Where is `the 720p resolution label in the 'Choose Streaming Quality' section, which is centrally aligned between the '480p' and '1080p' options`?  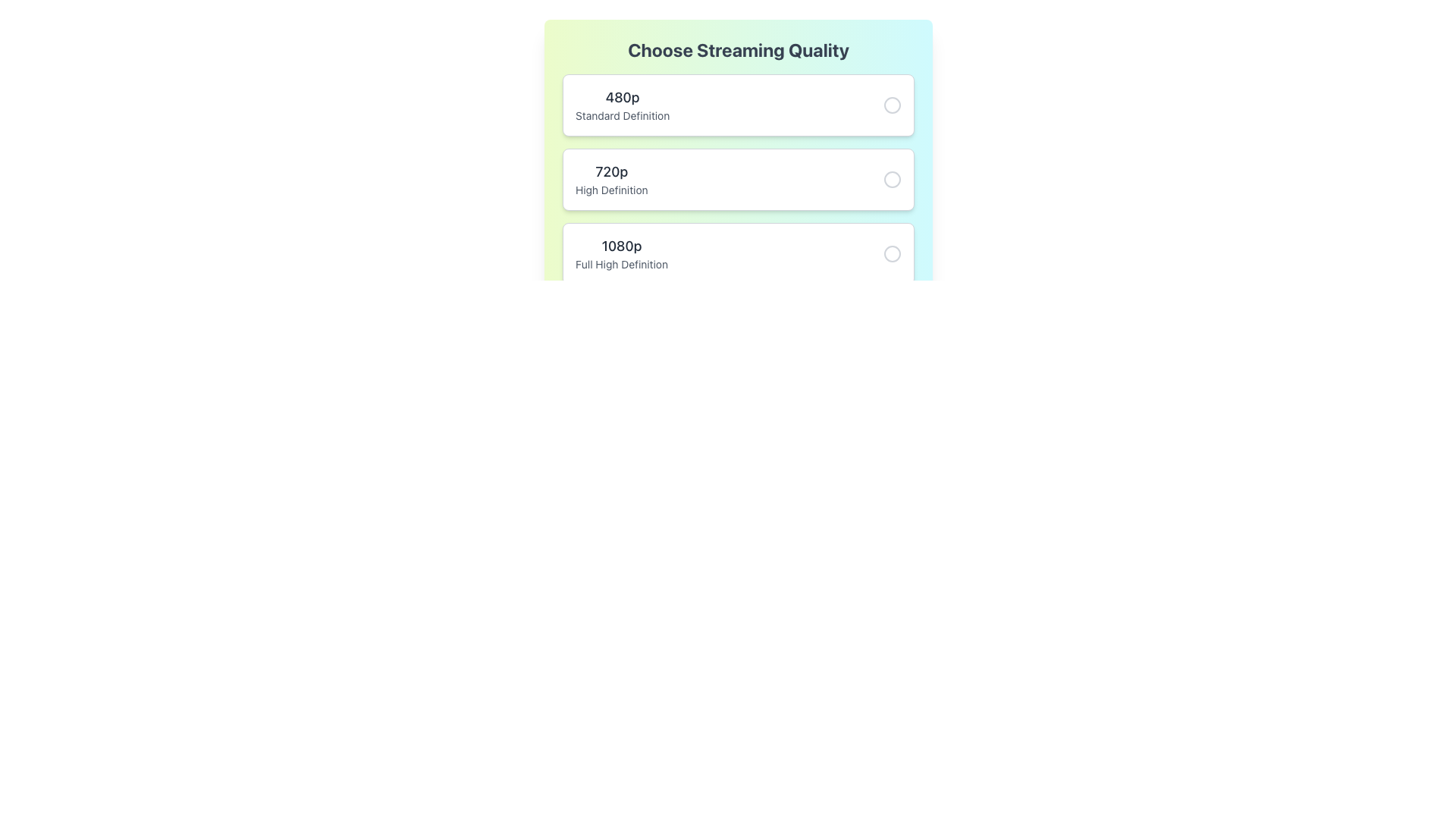
the 720p resolution label in the 'Choose Streaming Quality' section, which is centrally aligned between the '480p' and '1080p' options is located at coordinates (611, 171).